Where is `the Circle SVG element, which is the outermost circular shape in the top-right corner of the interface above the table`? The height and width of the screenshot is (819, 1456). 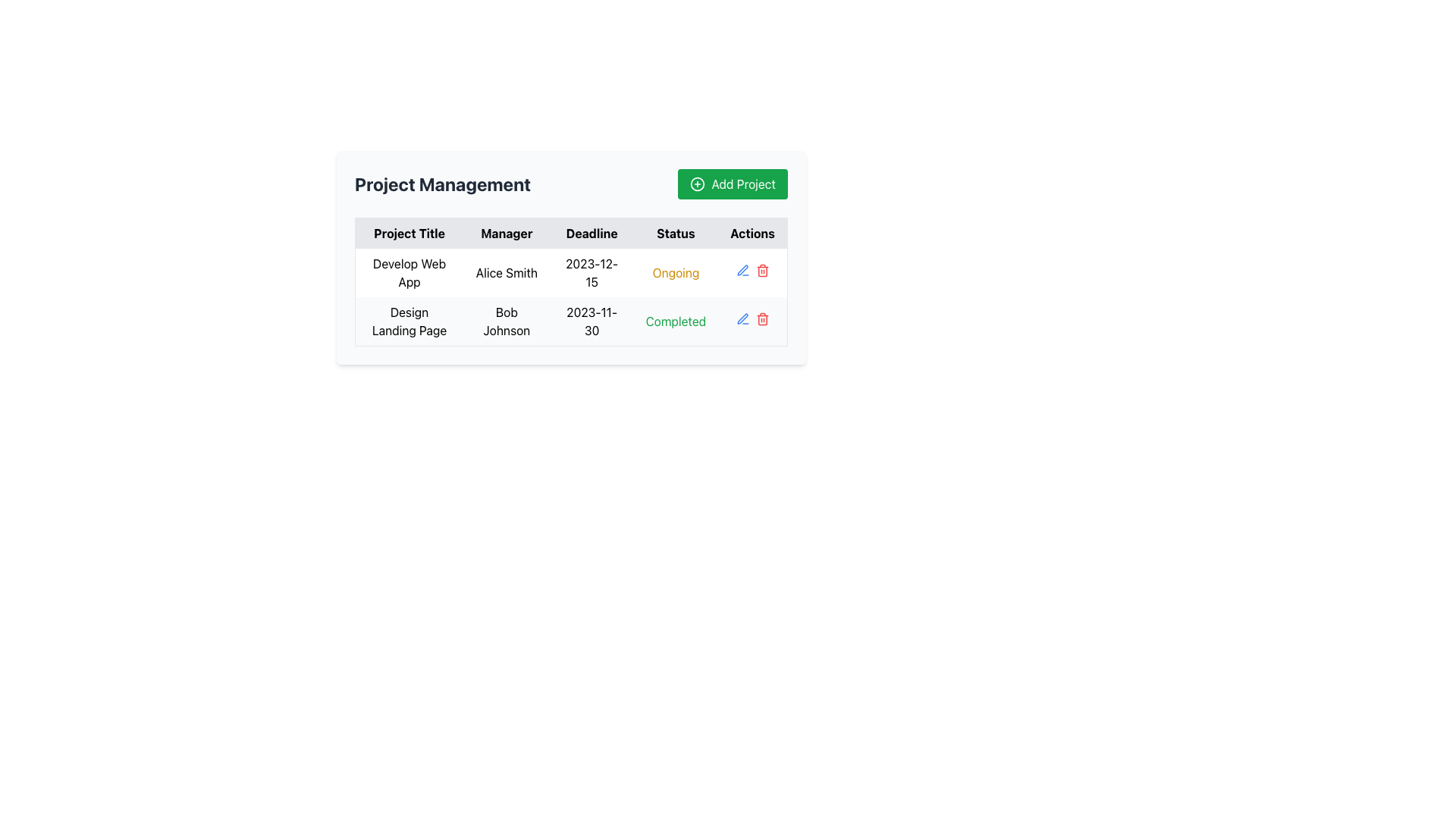 the Circle SVG element, which is the outermost circular shape in the top-right corner of the interface above the table is located at coordinates (697, 184).